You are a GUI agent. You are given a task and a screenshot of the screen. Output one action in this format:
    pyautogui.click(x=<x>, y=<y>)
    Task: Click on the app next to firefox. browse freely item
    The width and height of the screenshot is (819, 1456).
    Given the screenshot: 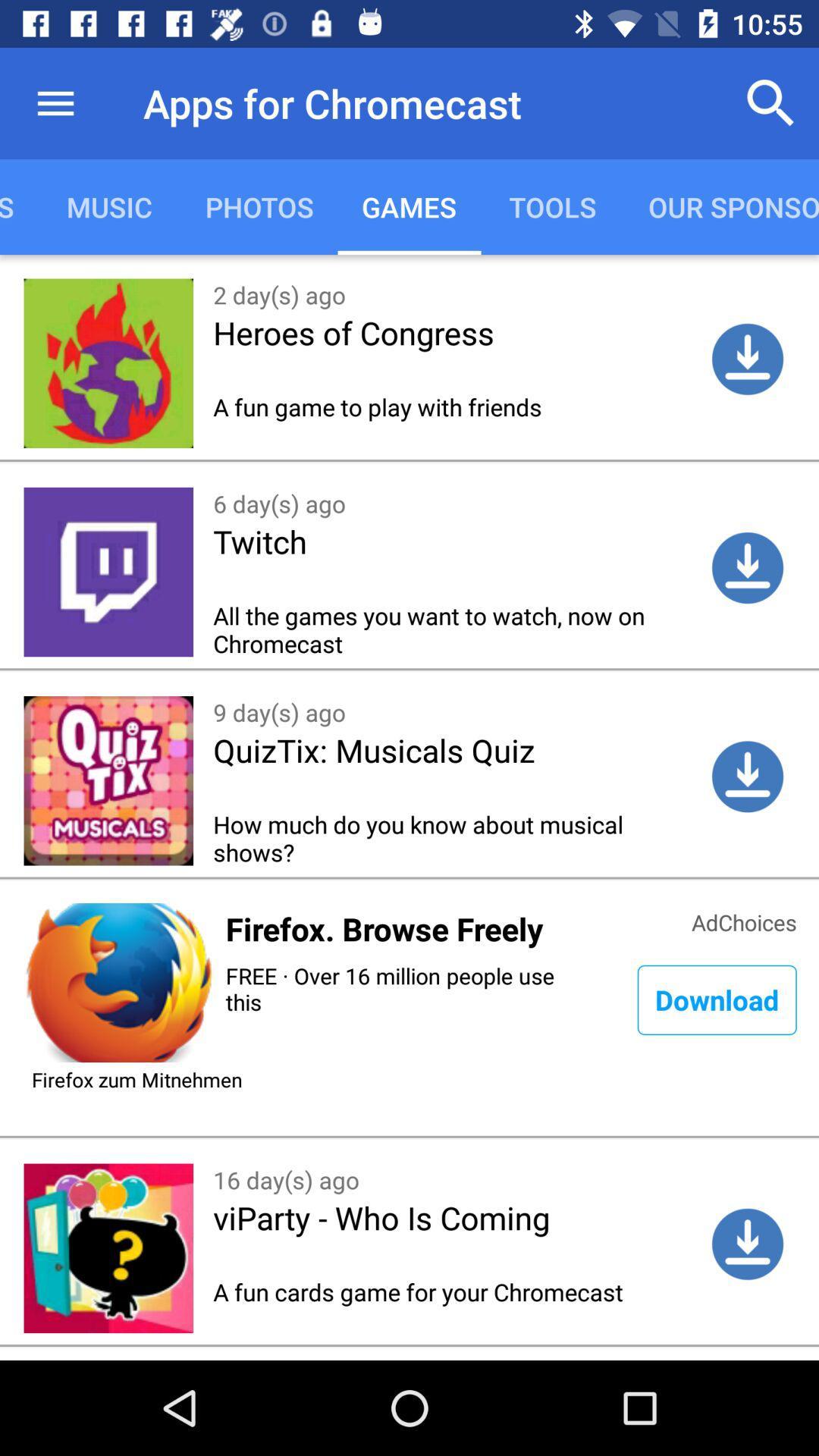 What is the action you would take?
    pyautogui.click(x=743, y=920)
    